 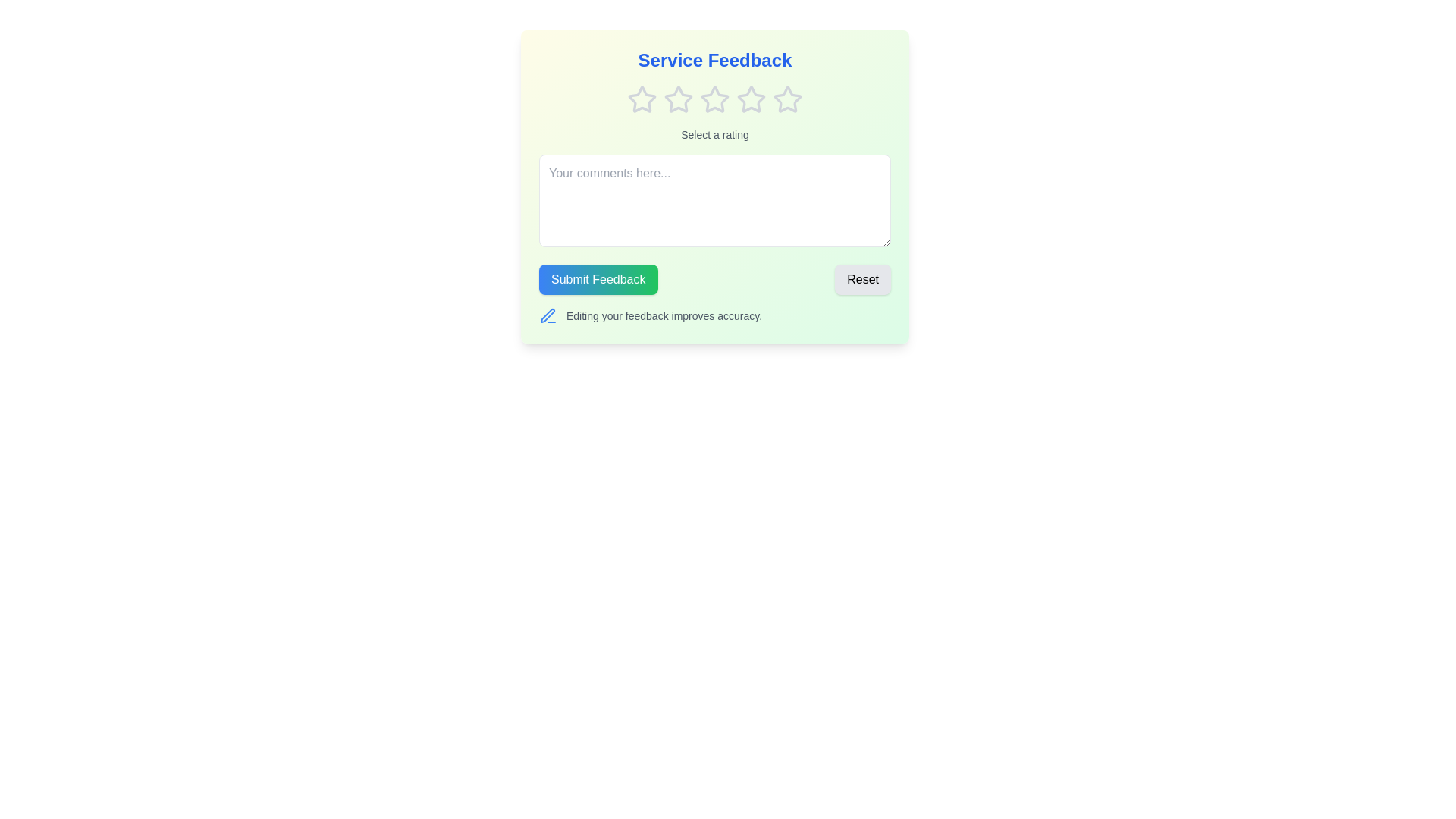 I want to click on the third hollow star icon in the rating interface, so click(x=751, y=99).